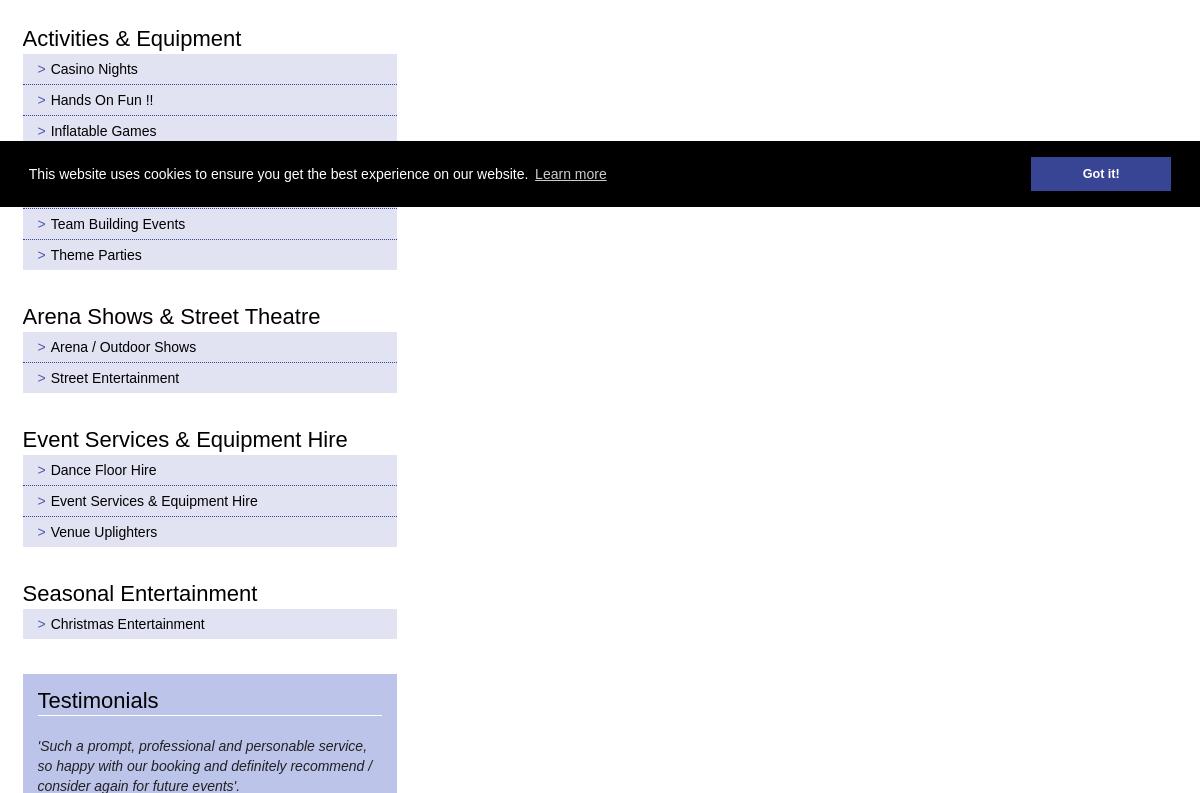 This screenshot has width=1200, height=793. I want to click on 'Casino Nights', so click(50, 68).